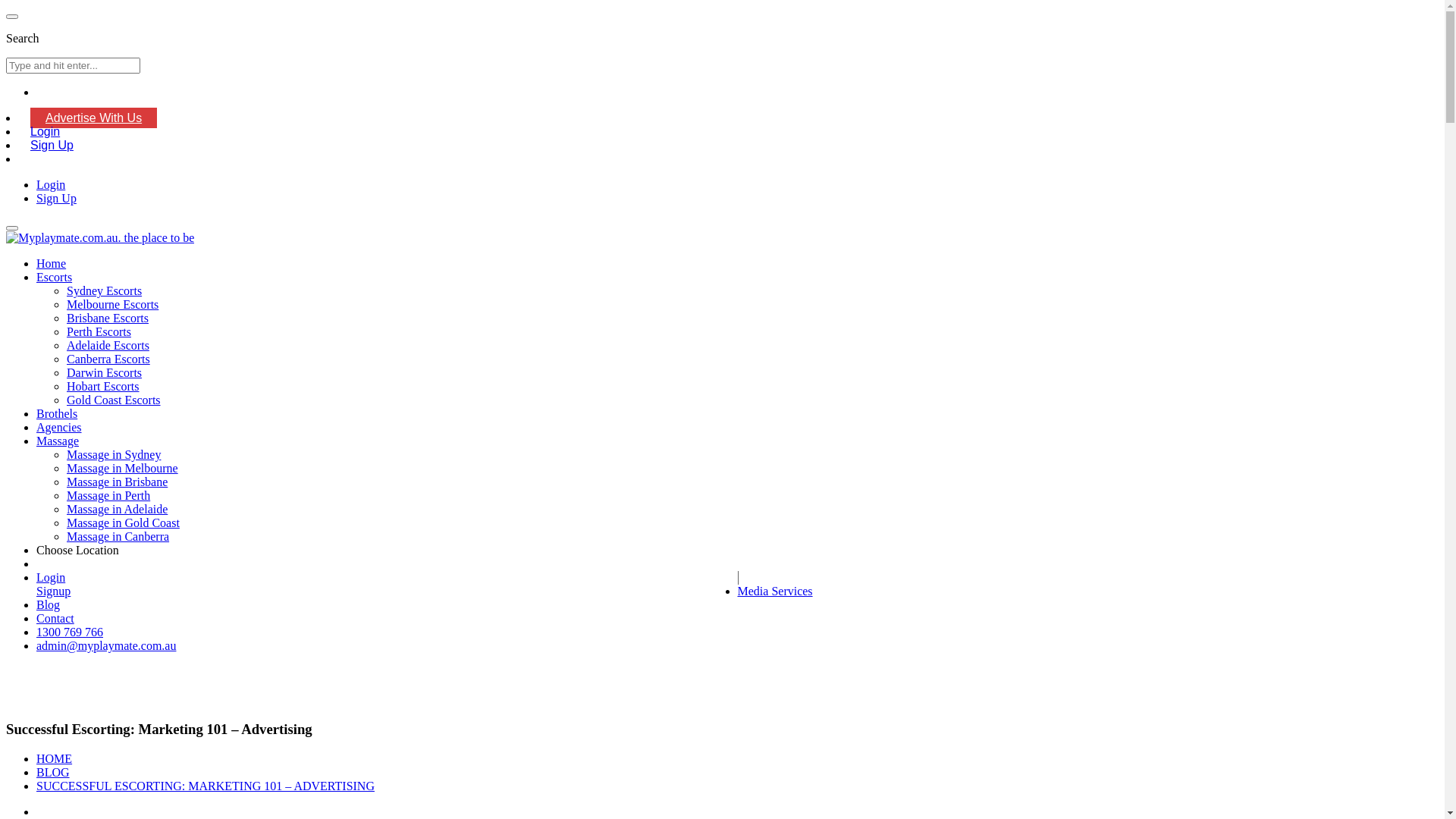  What do you see at coordinates (93, 117) in the screenshot?
I see `'Advertise With Us'` at bounding box center [93, 117].